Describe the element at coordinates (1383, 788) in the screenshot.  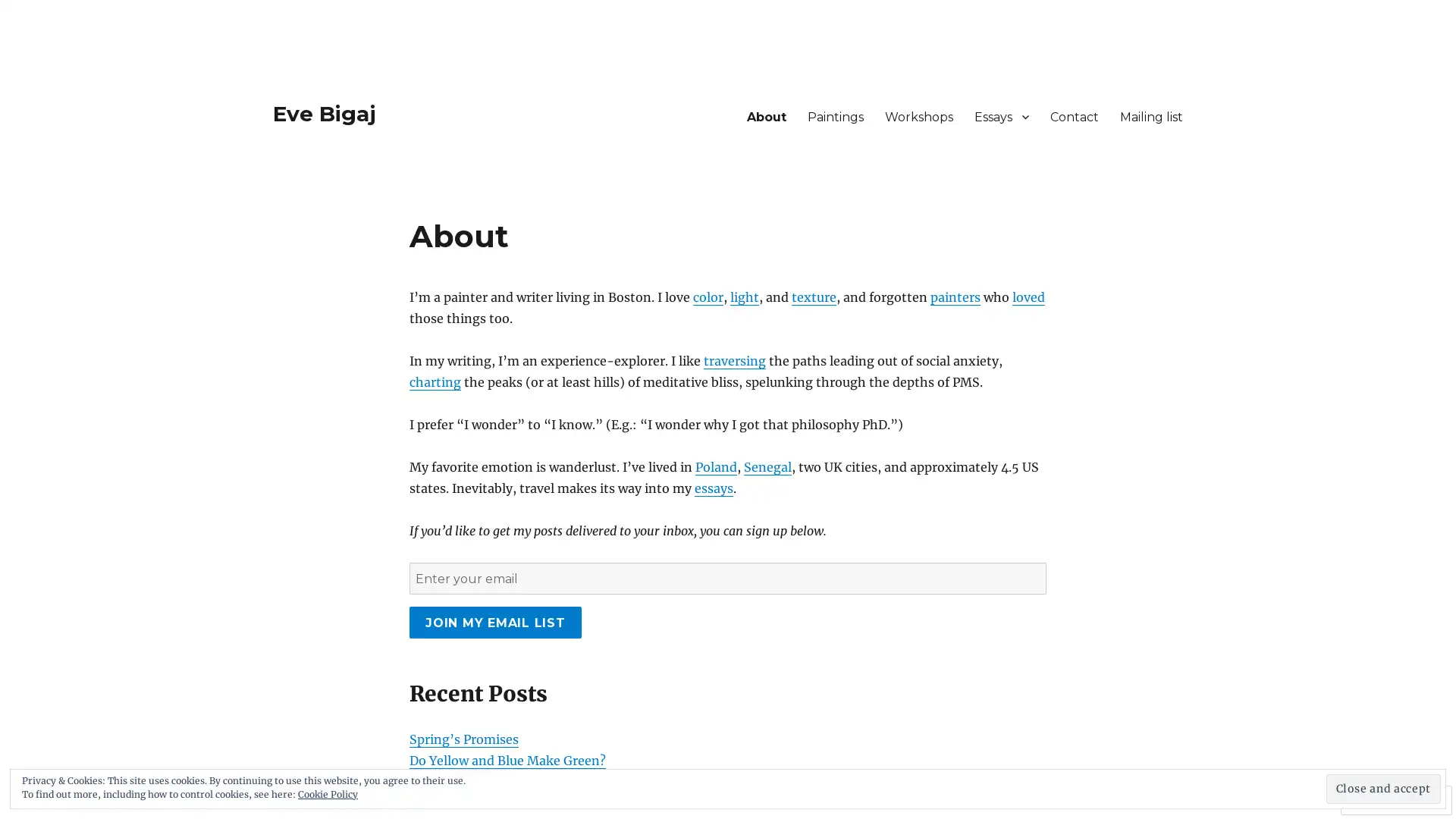
I see `Close and accept` at that location.